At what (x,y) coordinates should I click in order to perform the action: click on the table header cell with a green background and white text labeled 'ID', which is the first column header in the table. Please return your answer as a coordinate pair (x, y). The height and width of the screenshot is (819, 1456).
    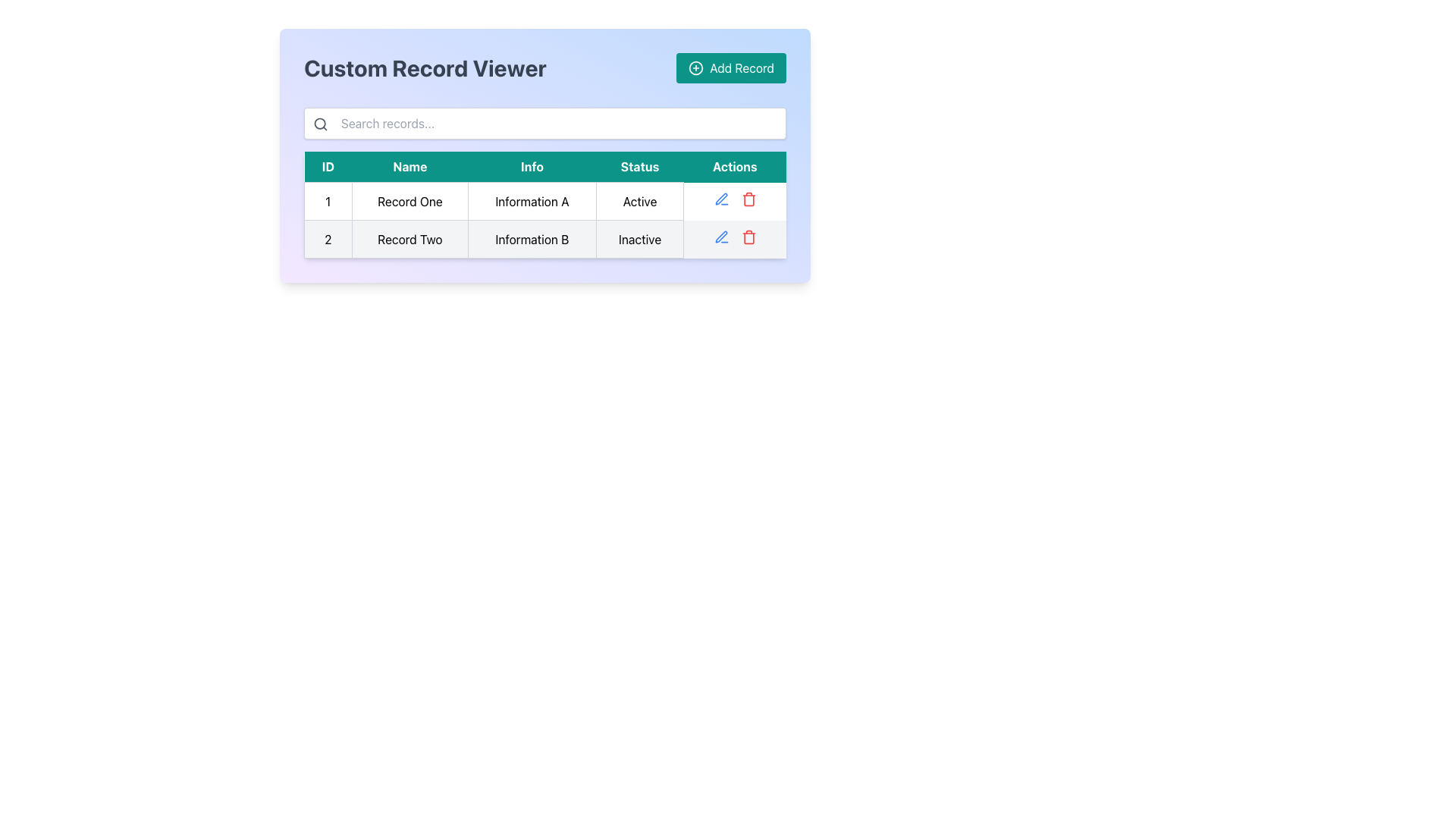
    Looking at the image, I should click on (327, 167).